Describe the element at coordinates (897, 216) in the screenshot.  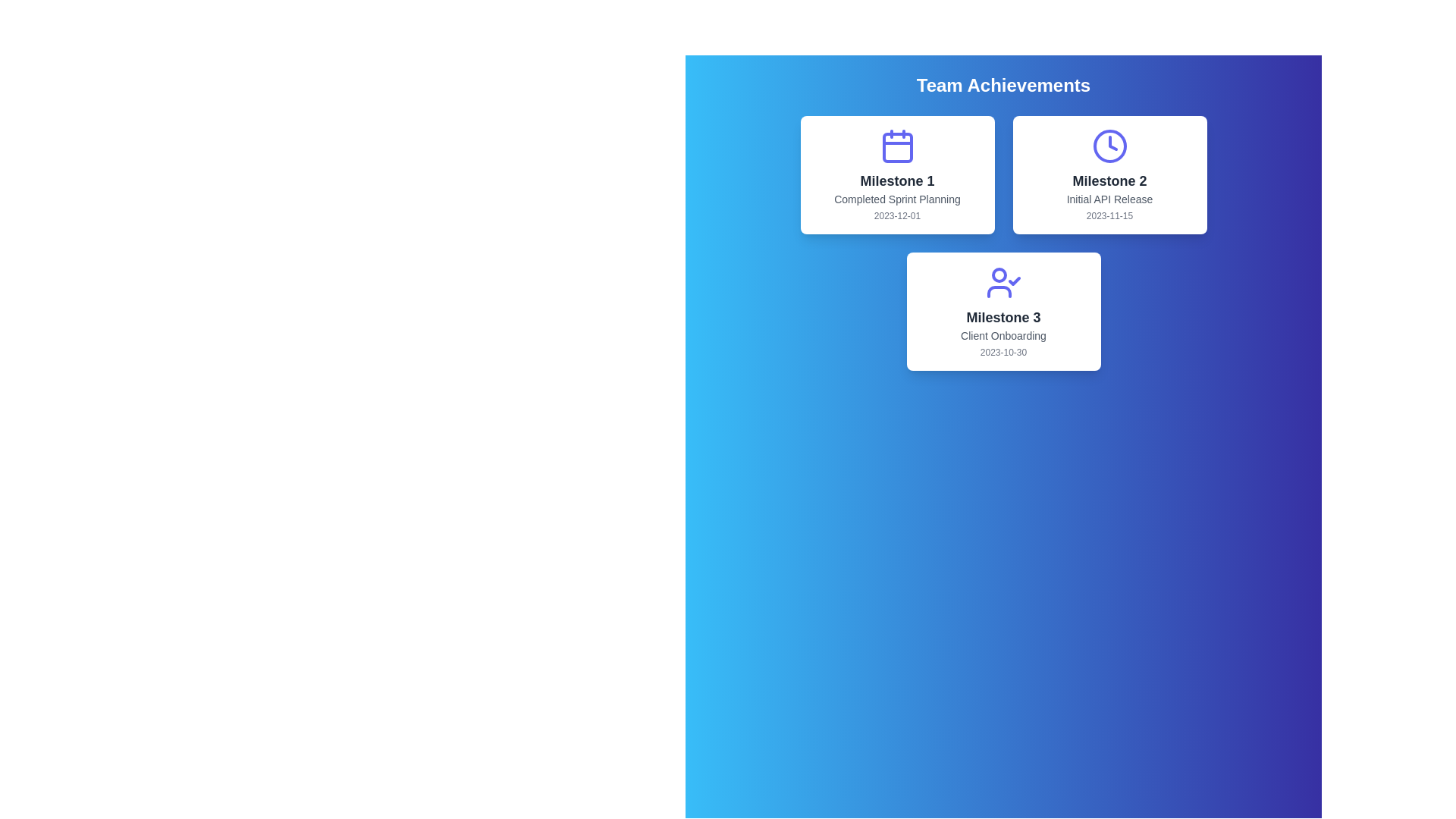
I see `date displayed in the text label located in the card labeled 'Milestone 1', which appears below 'Completed Sprint Planning'` at that location.